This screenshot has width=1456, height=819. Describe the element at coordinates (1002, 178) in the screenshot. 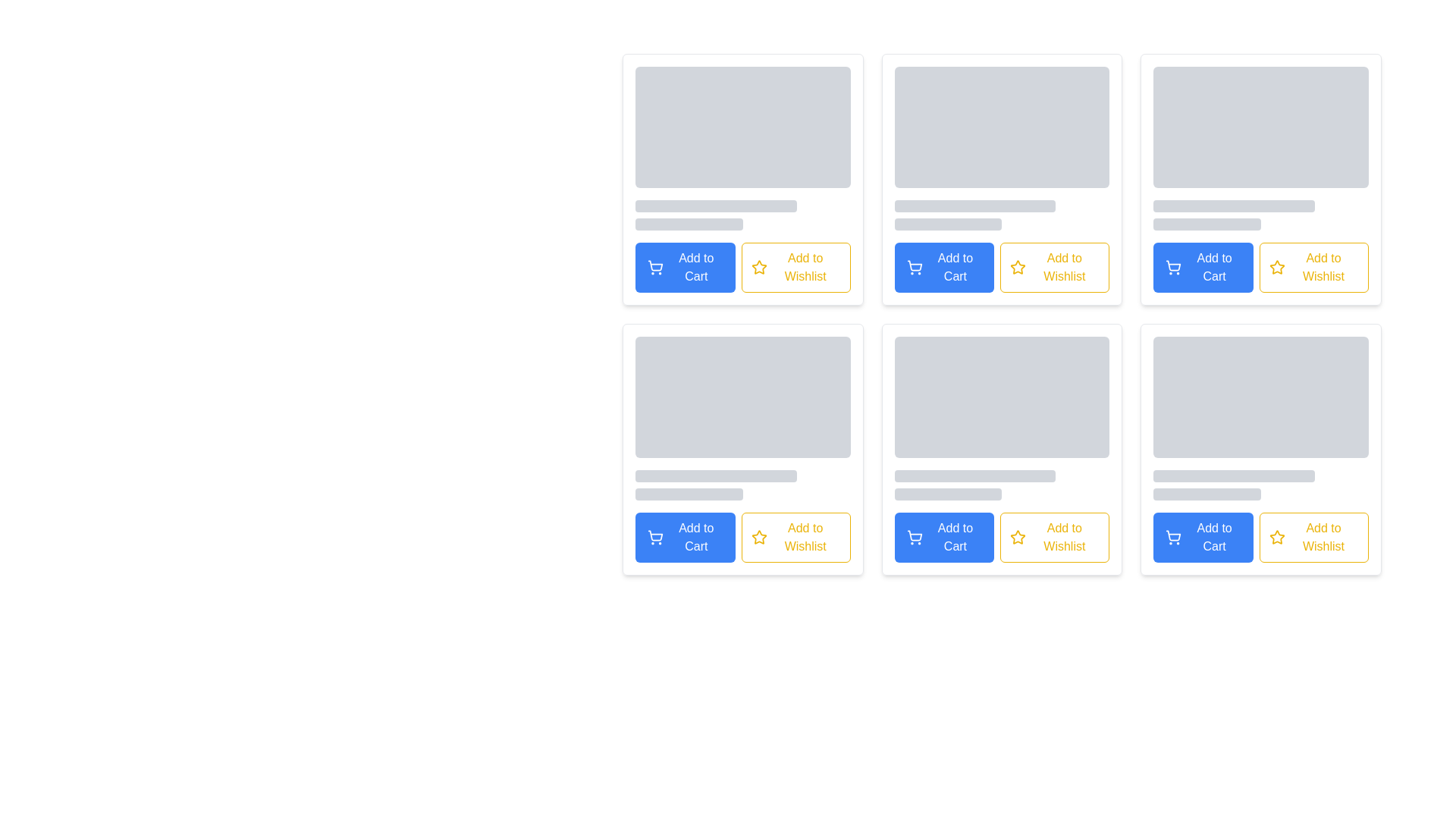

I see `the product card` at that location.